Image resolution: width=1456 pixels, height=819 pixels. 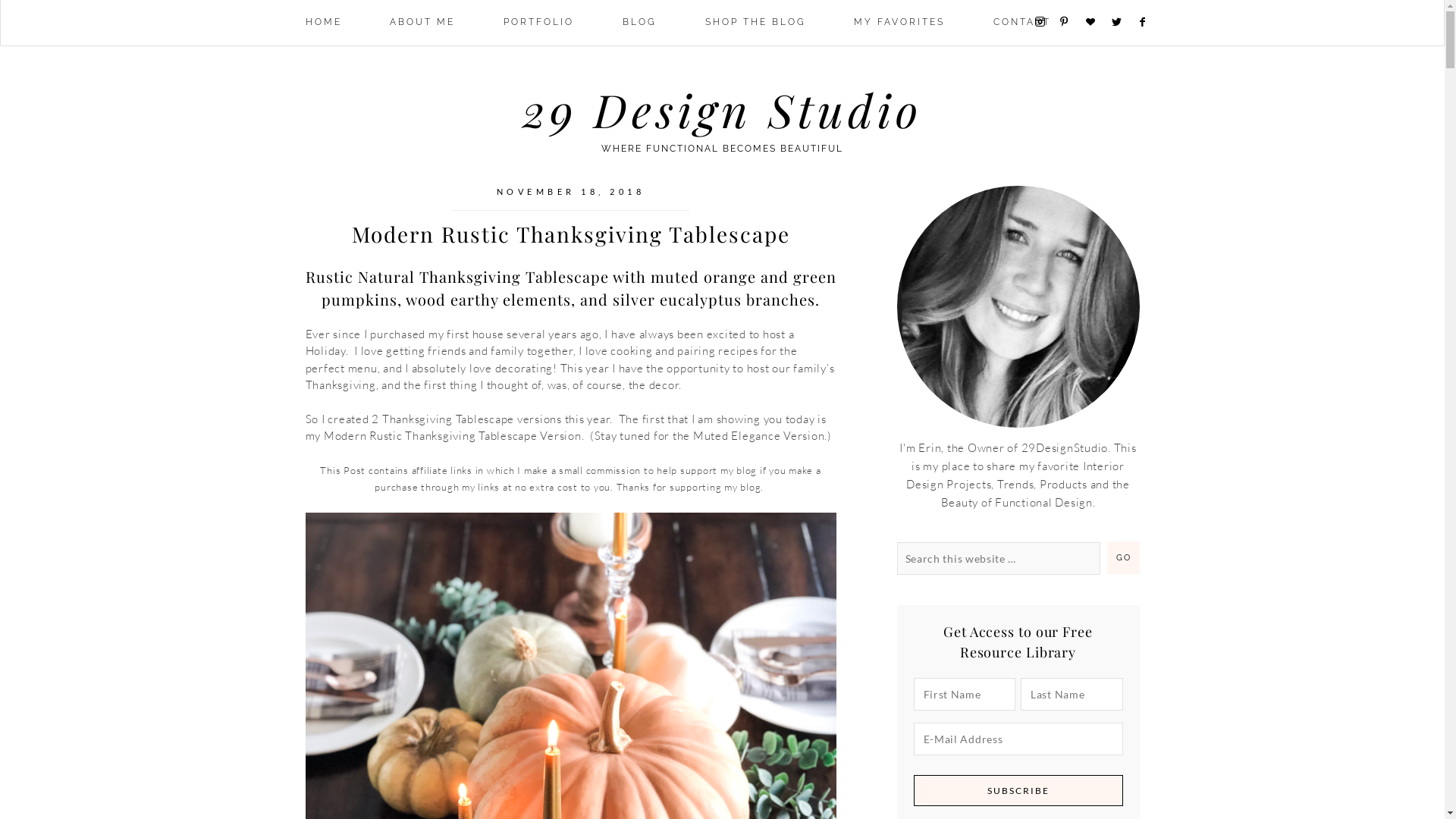 What do you see at coordinates (721, 108) in the screenshot?
I see `'29 Design Studio'` at bounding box center [721, 108].